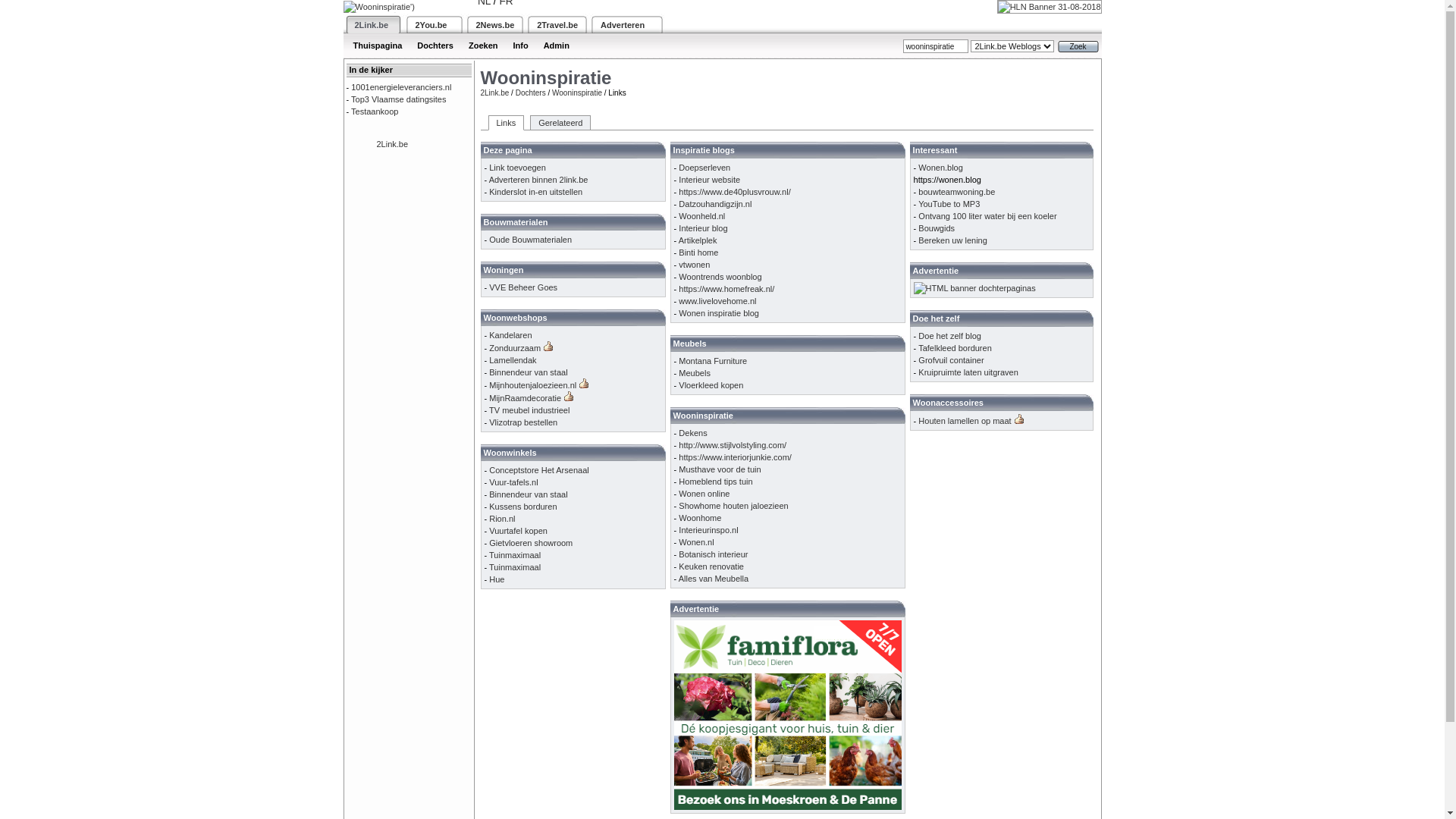 This screenshot has height=819, width=1456. I want to click on '1001energieleveranciers.nl', so click(400, 87).